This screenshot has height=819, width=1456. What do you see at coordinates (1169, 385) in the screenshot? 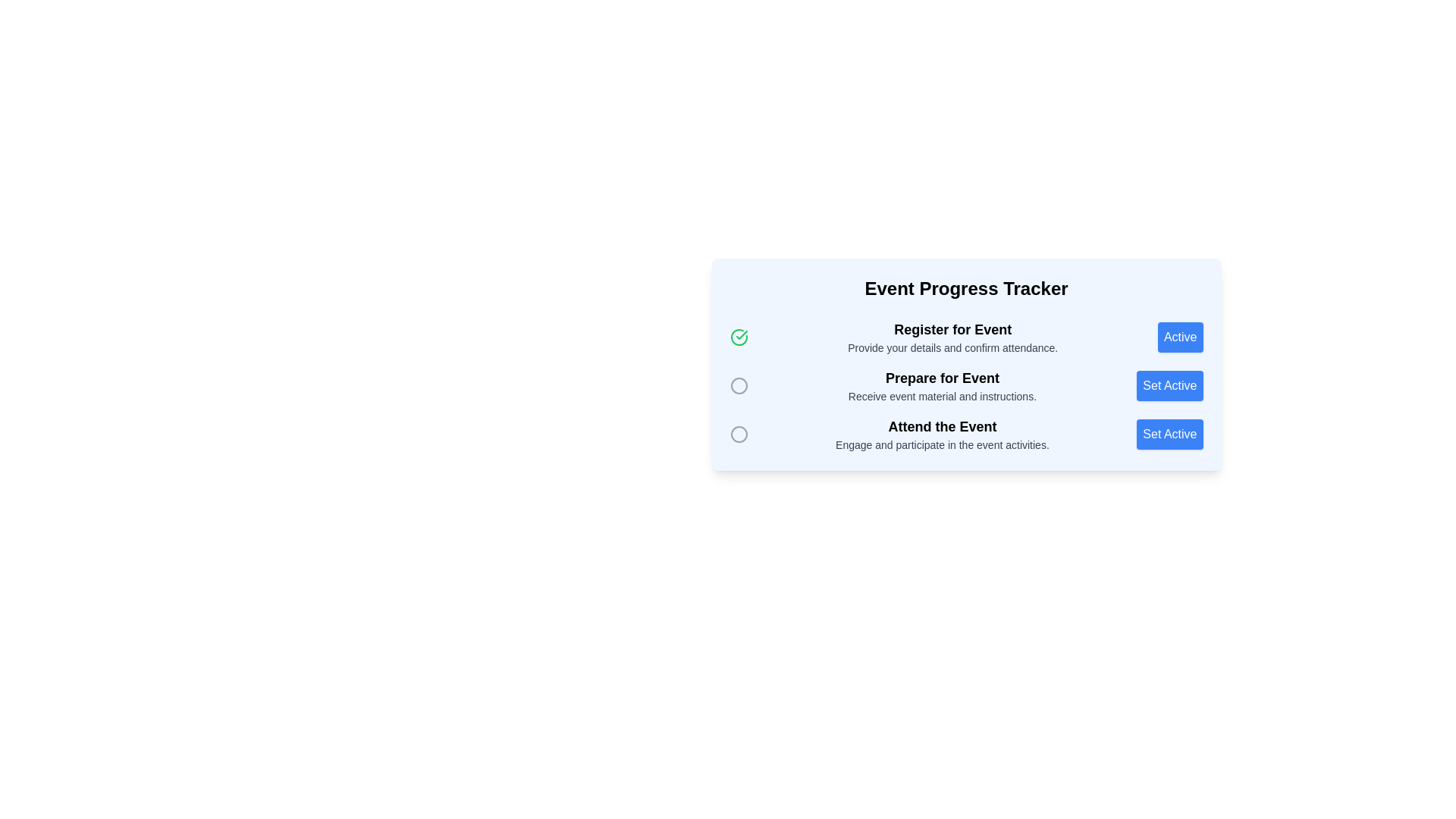
I see `the second button in the 'Prepare for Event' section of the 'Event Progress Tracker' card` at bounding box center [1169, 385].